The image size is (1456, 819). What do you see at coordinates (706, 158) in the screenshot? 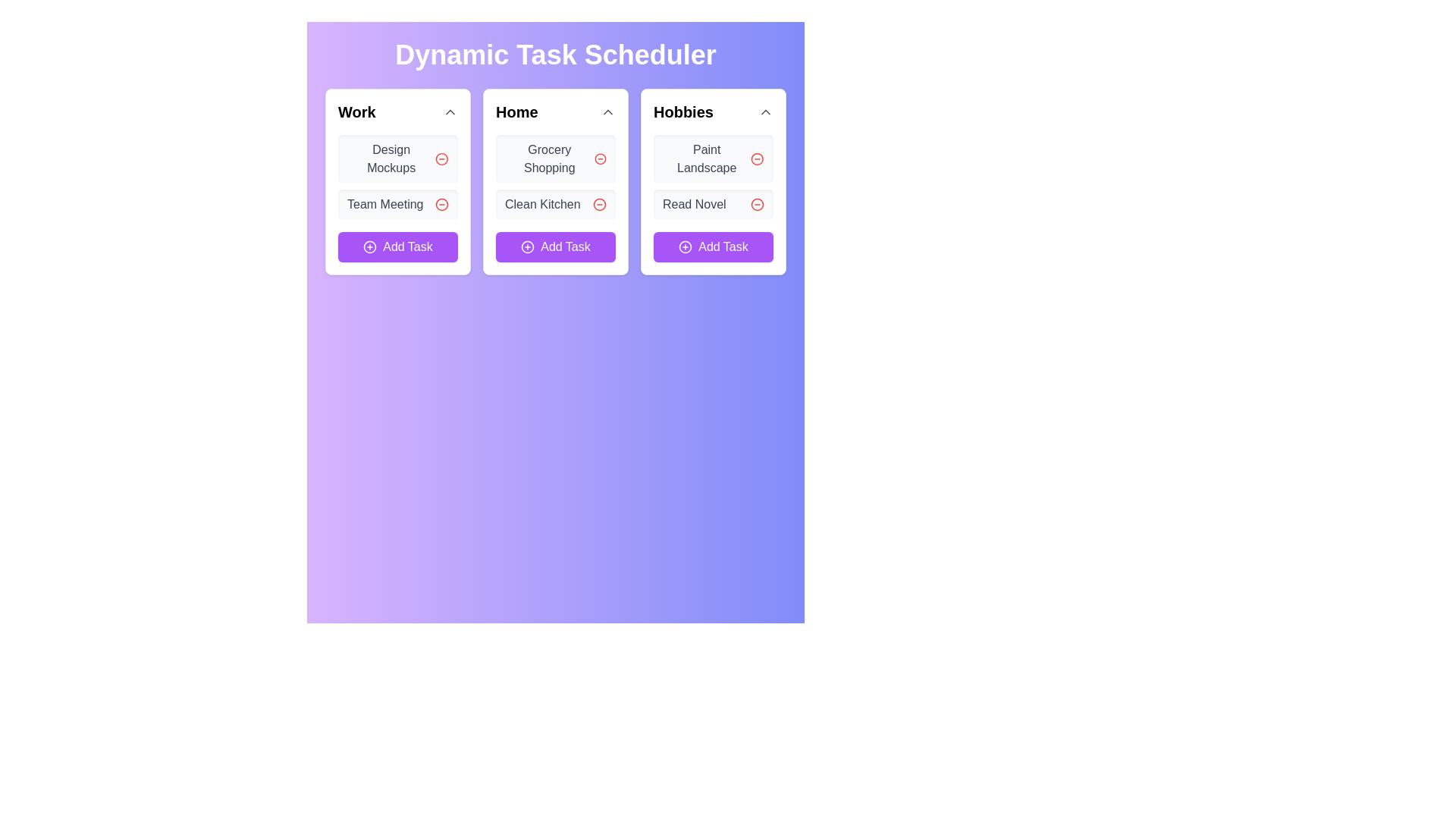
I see `the Text label displaying 'Paint Landscape' in the Hobbies card of the task scheduler, which is the first item listed among the tasks` at bounding box center [706, 158].